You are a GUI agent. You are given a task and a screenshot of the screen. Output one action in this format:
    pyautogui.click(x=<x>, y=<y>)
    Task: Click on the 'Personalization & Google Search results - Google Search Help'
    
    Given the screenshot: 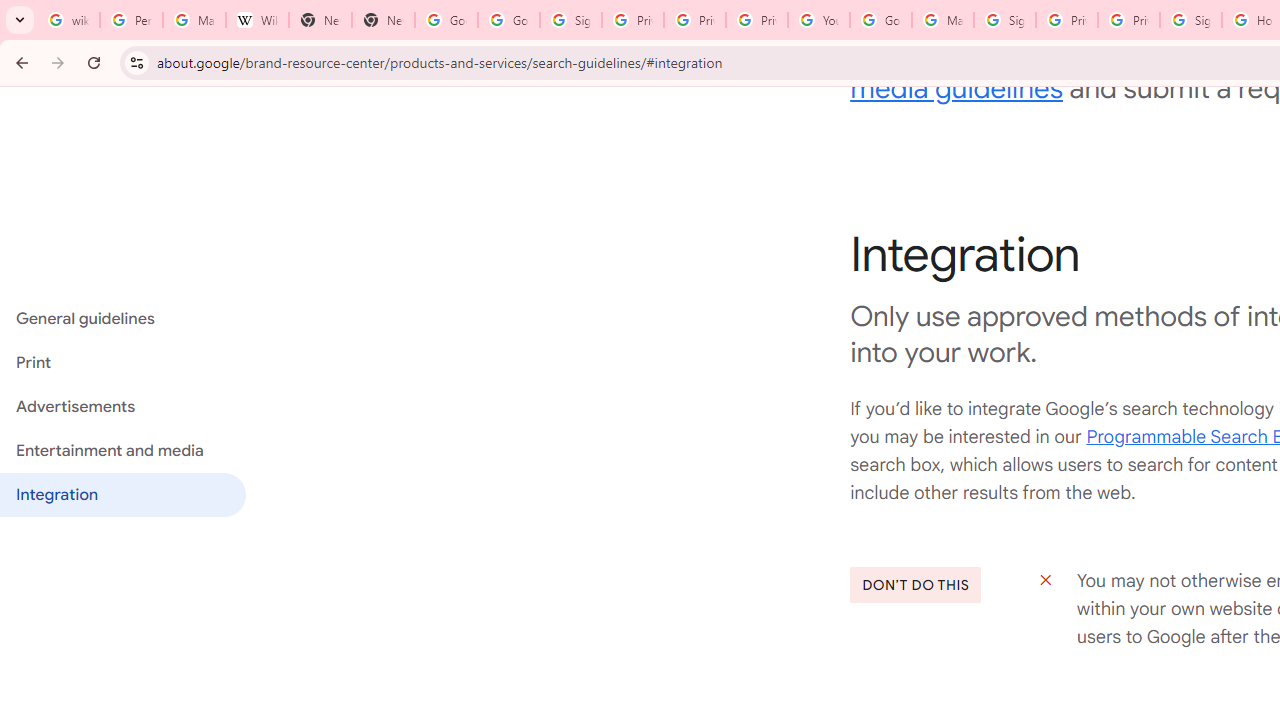 What is the action you would take?
    pyautogui.click(x=130, y=20)
    